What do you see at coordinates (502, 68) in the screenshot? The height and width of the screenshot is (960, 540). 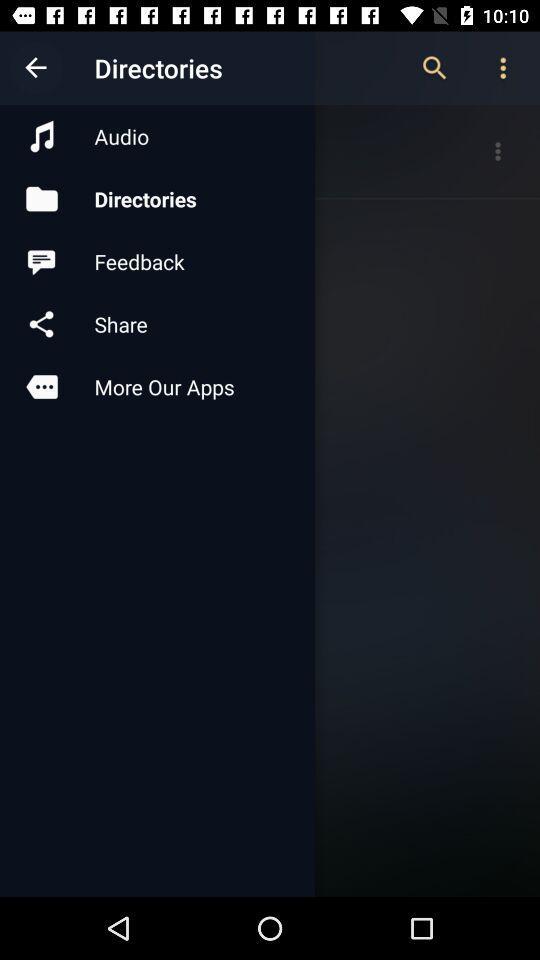 I see `the second icon which is at the top right corner` at bounding box center [502, 68].